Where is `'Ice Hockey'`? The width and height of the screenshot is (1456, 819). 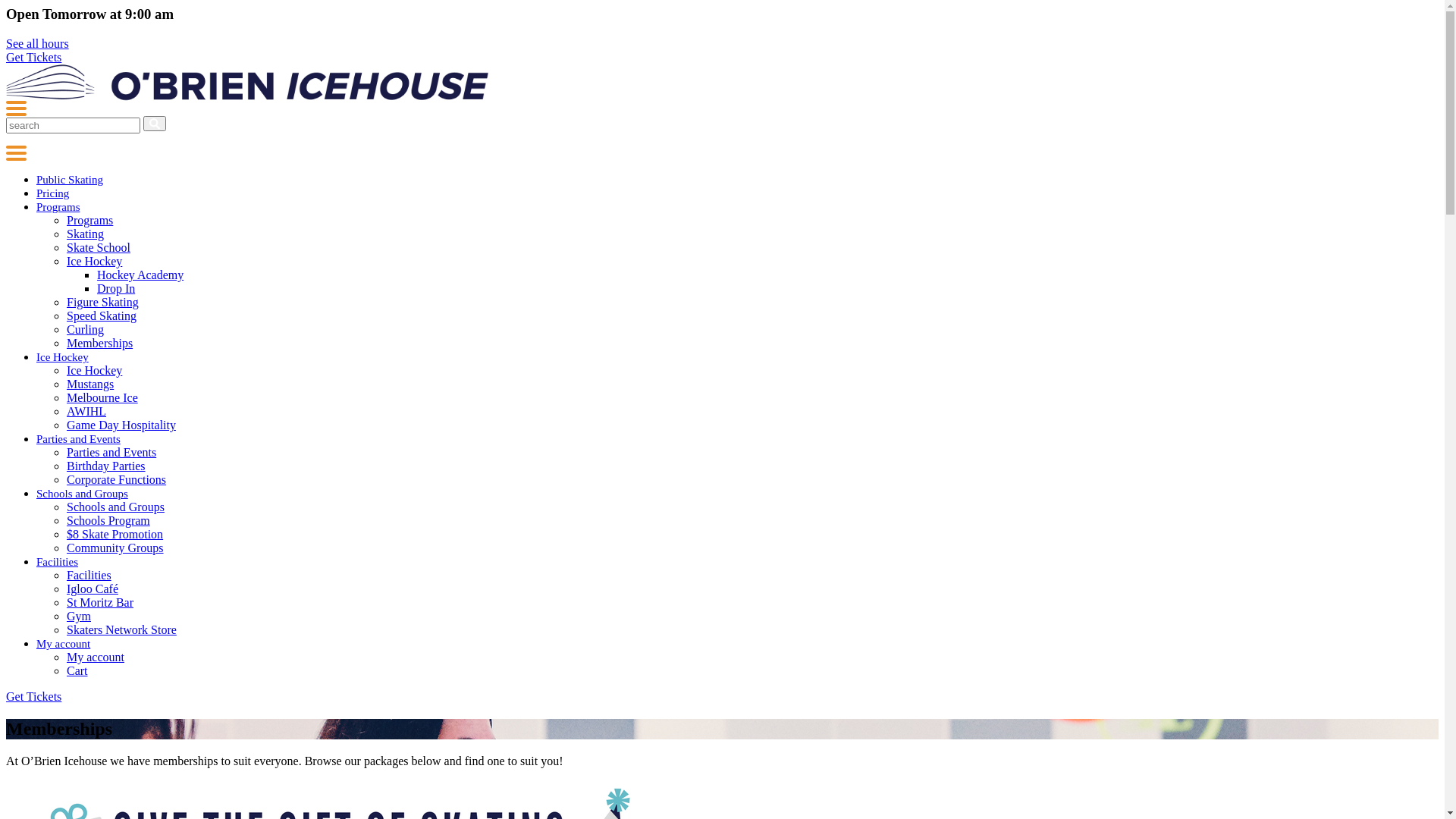 'Ice Hockey' is located at coordinates (65, 260).